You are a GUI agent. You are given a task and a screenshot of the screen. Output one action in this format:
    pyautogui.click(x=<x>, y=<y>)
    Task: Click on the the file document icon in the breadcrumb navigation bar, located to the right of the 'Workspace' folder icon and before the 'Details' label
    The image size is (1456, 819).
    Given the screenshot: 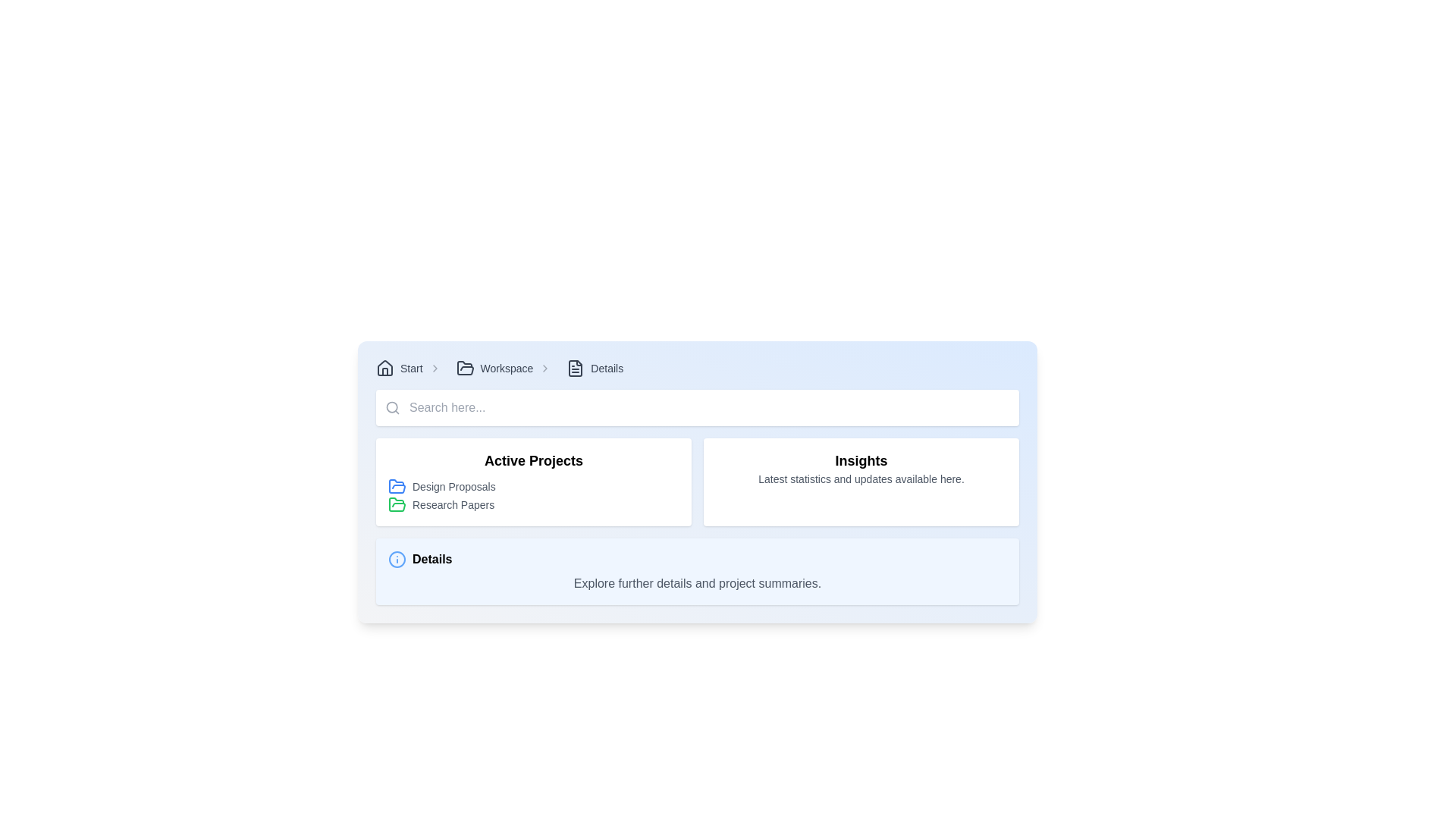 What is the action you would take?
    pyautogui.click(x=575, y=369)
    